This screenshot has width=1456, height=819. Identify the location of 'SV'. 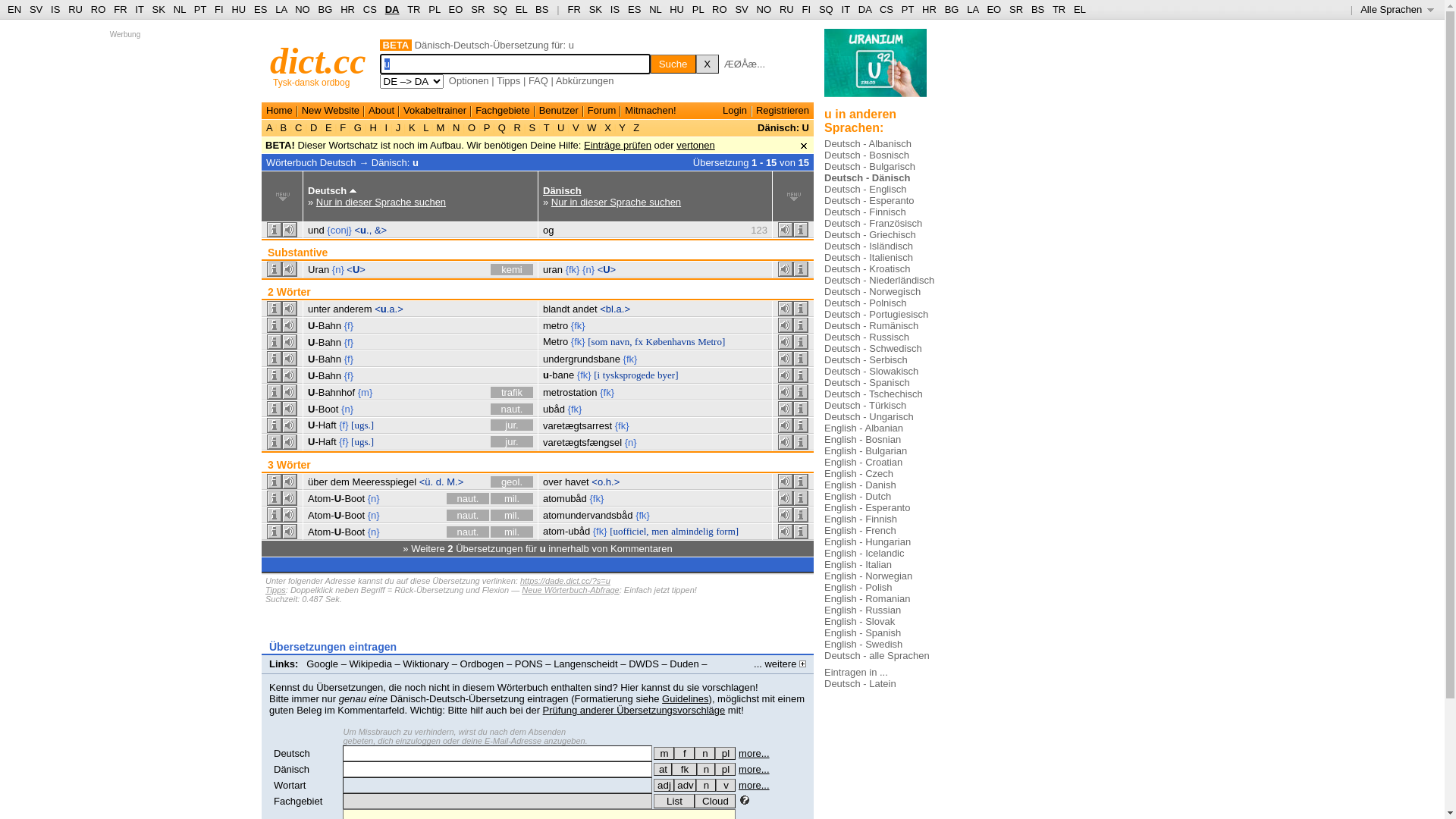
(29, 9).